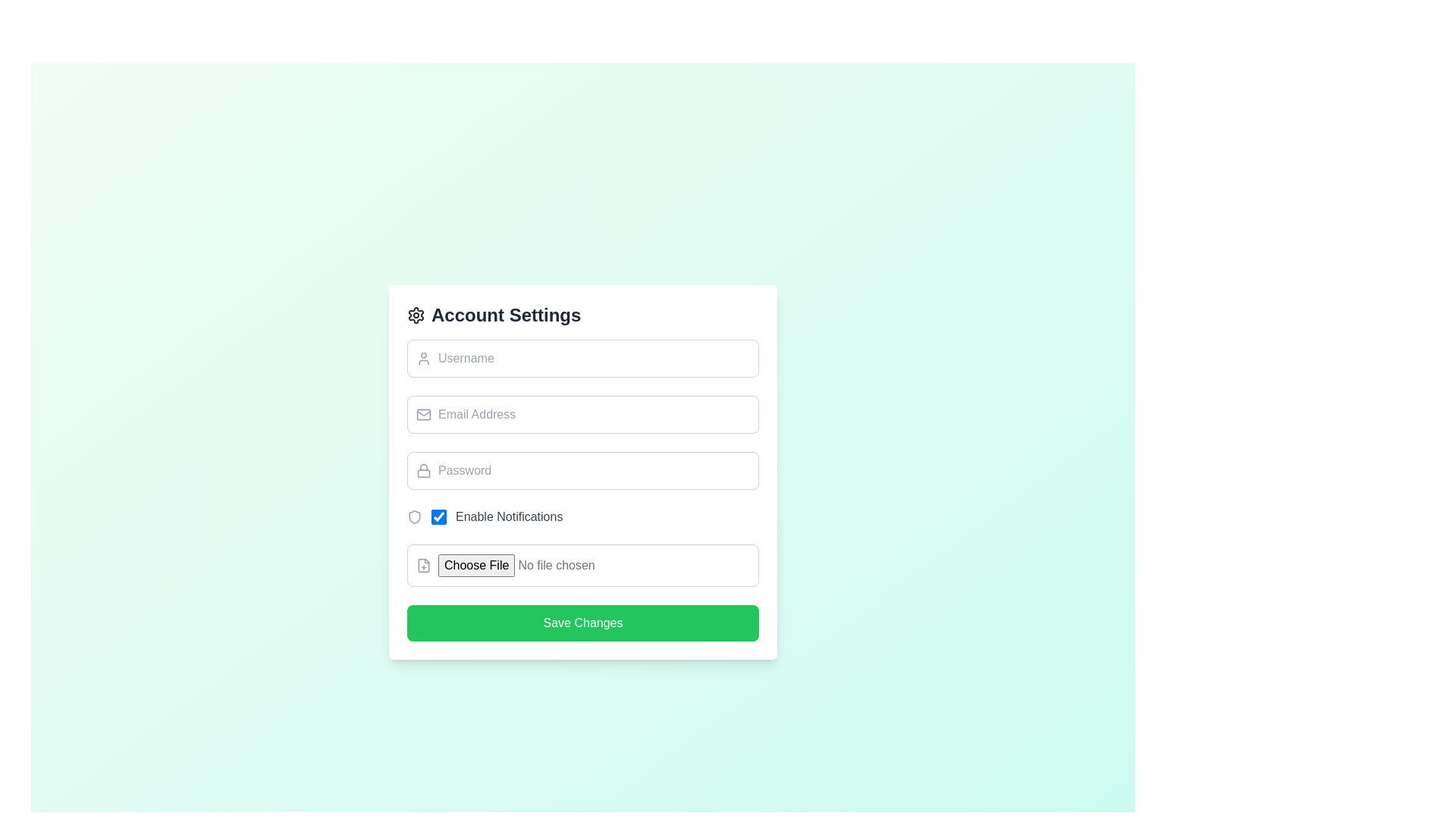  Describe the element at coordinates (509, 516) in the screenshot. I see `text of the label positioned to the right of the checkbox in the account settings section, located below the password field and above the file selection input` at that location.